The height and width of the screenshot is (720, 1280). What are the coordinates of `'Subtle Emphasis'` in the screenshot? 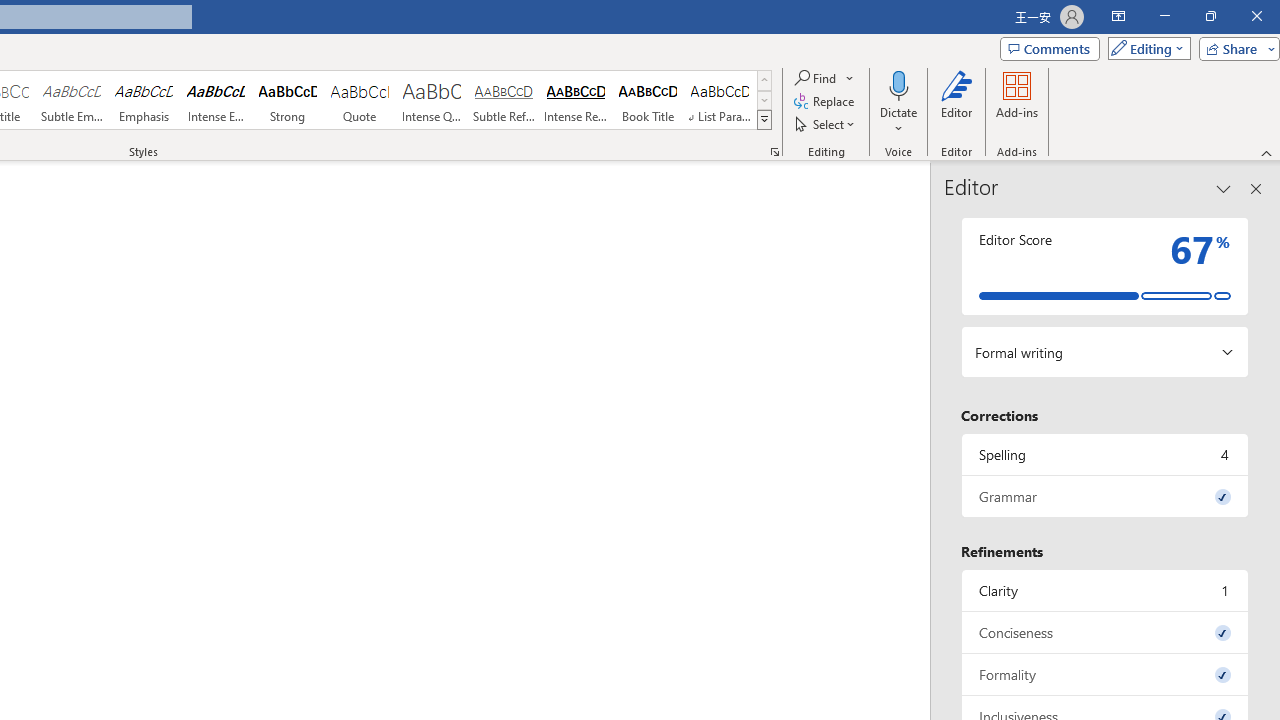 It's located at (71, 100).